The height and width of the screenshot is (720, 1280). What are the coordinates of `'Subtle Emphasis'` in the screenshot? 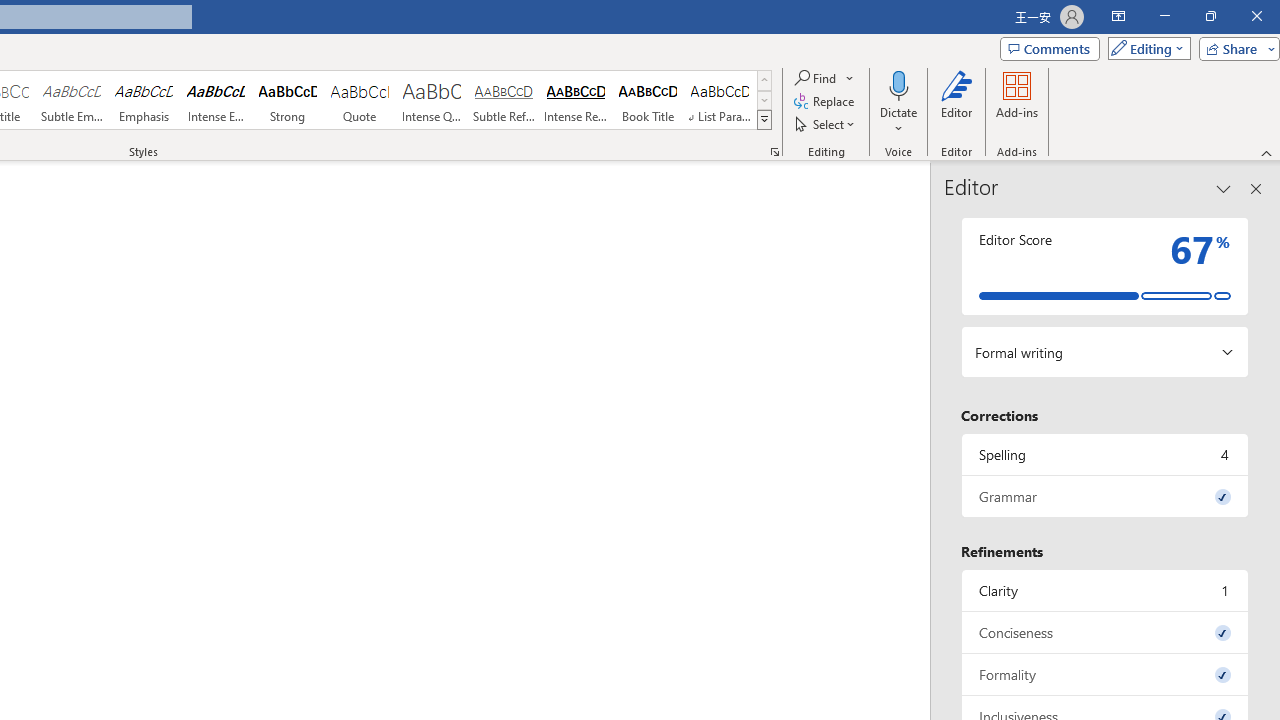 It's located at (71, 100).